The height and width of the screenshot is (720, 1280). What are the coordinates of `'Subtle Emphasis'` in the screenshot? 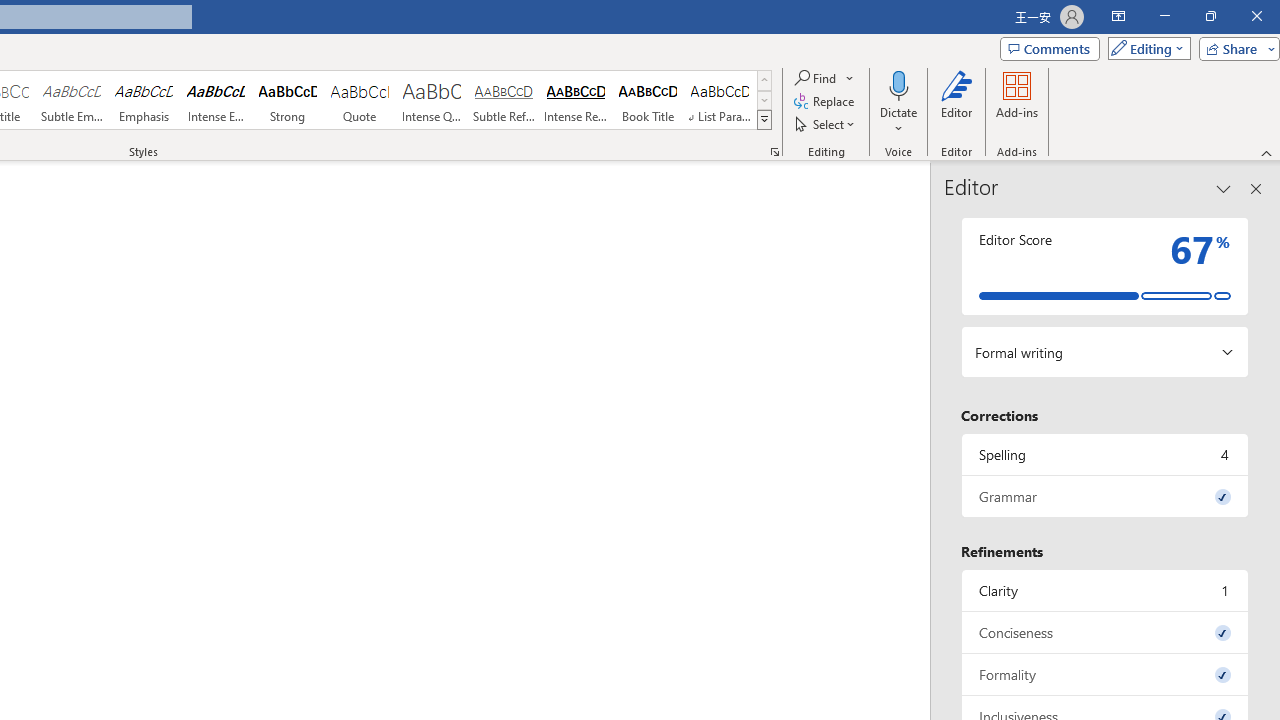 It's located at (71, 100).